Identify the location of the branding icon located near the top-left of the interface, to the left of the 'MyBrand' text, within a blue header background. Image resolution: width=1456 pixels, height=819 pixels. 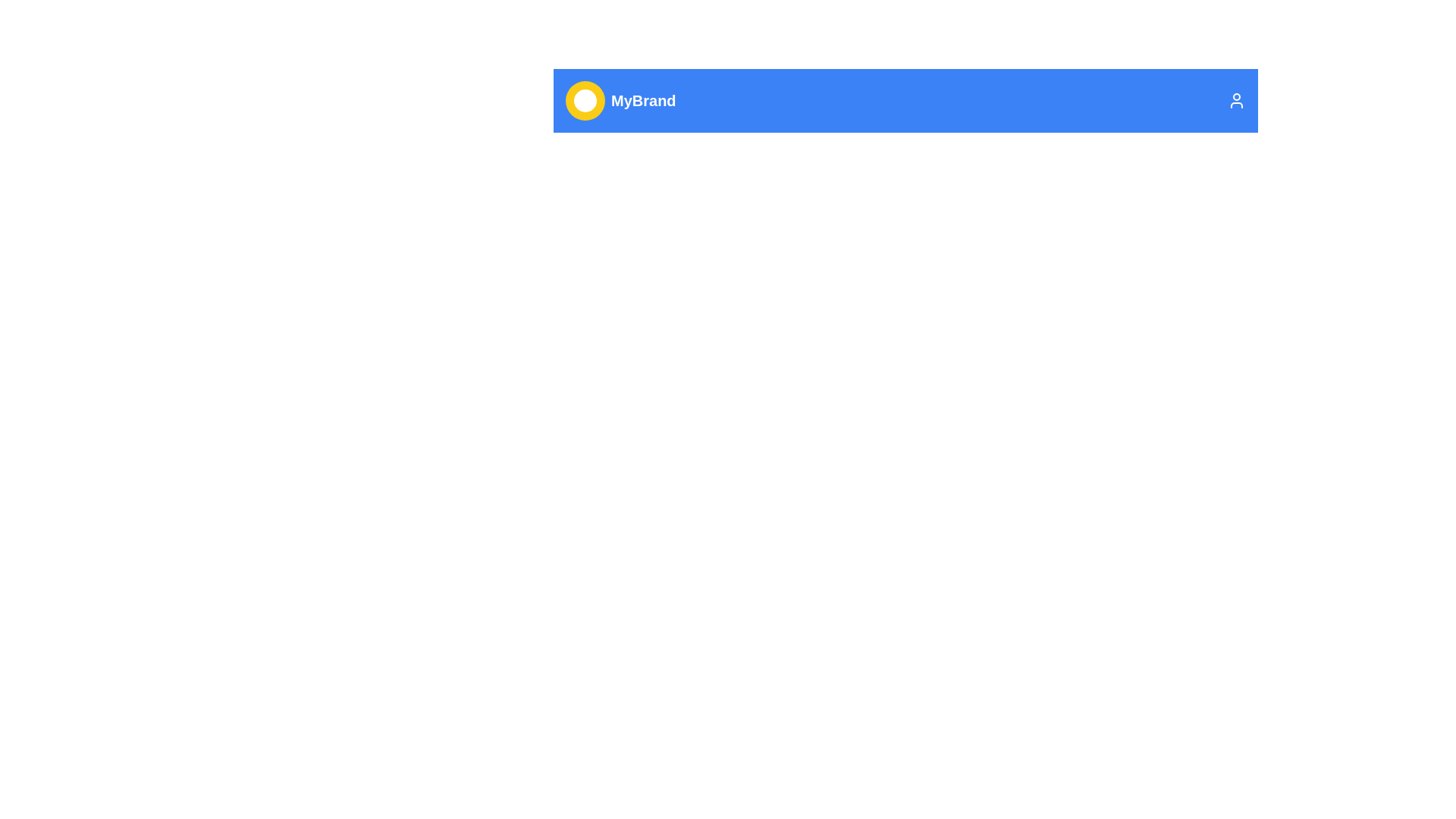
(585, 100).